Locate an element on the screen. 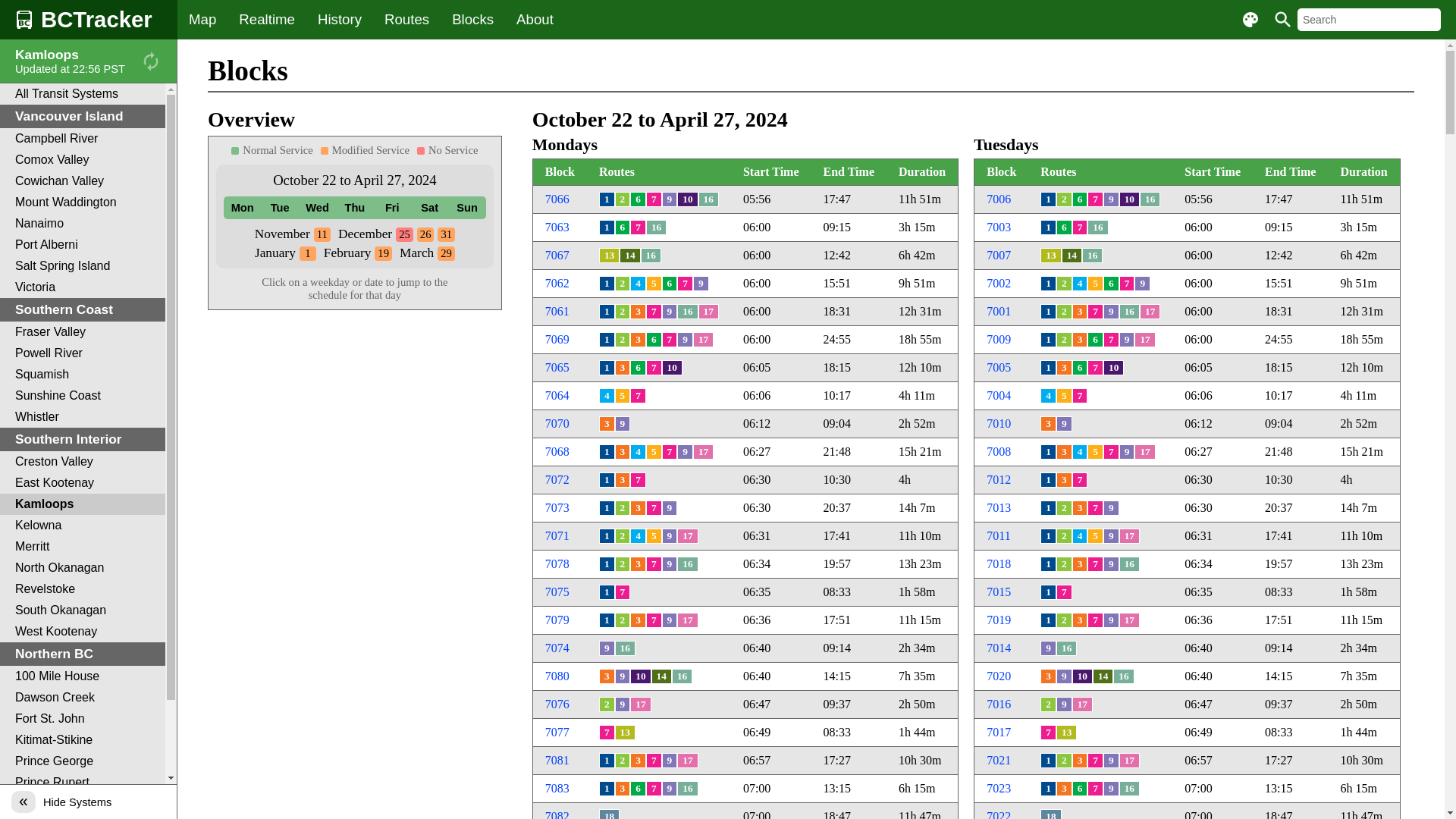  '3' is located at coordinates (629, 760).